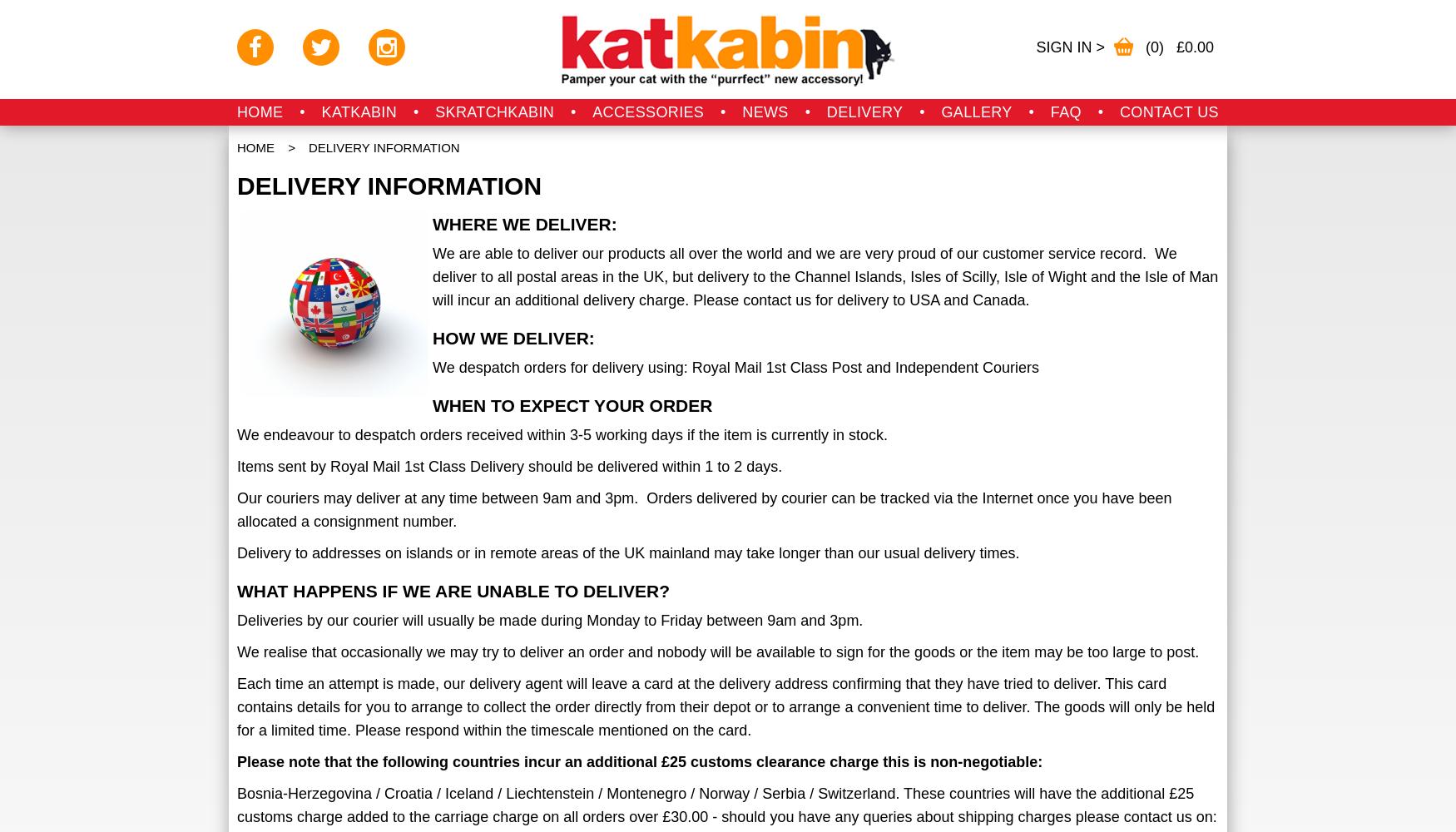  What do you see at coordinates (592, 112) in the screenshot?
I see `'Accessories'` at bounding box center [592, 112].